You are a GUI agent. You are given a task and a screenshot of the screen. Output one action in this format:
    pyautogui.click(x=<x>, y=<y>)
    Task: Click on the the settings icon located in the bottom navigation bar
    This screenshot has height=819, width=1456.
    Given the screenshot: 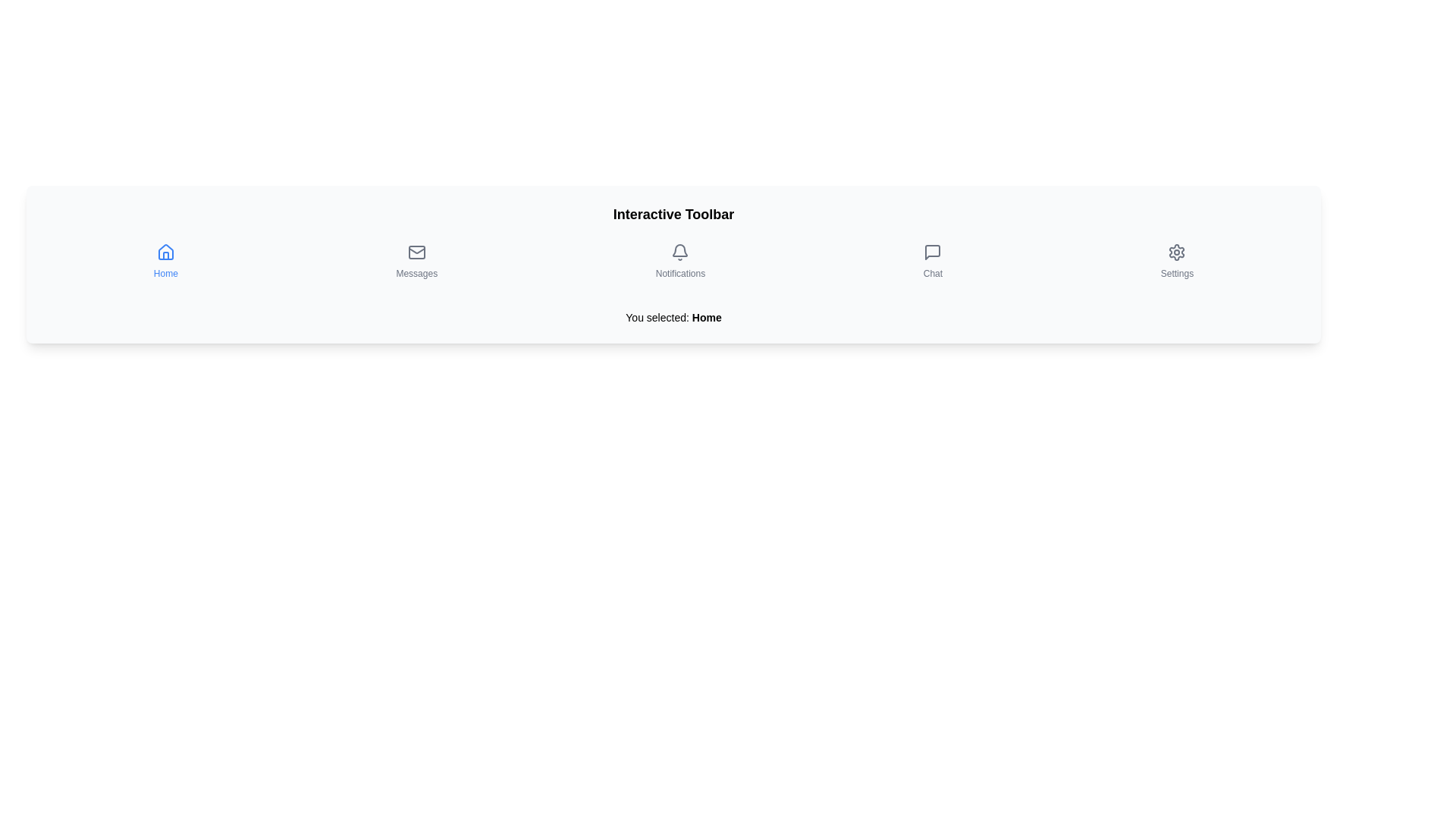 What is the action you would take?
    pyautogui.click(x=1176, y=251)
    